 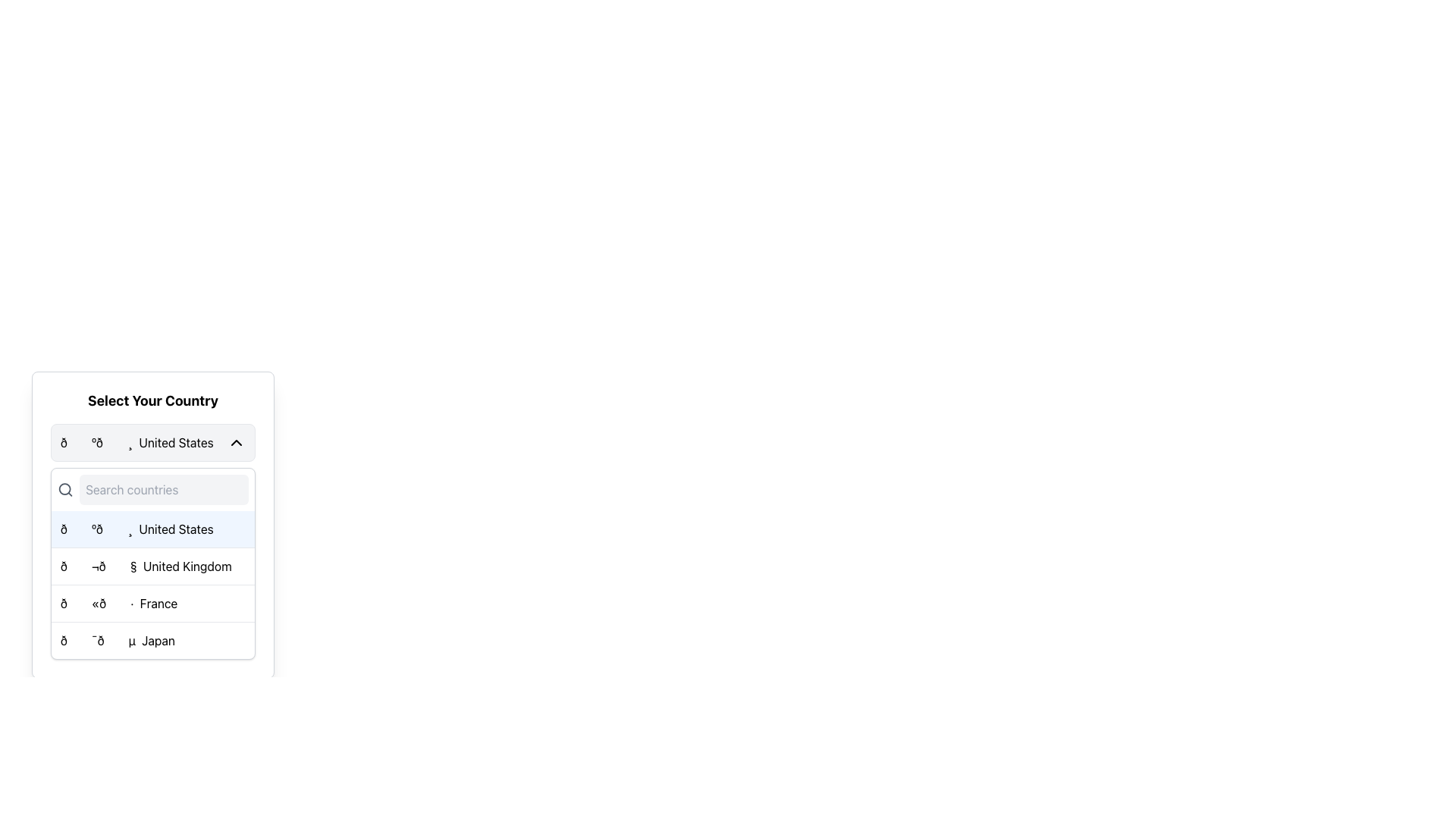 What do you see at coordinates (152, 442) in the screenshot?
I see `the dropdown activator for 'Select Your Country'` at bounding box center [152, 442].